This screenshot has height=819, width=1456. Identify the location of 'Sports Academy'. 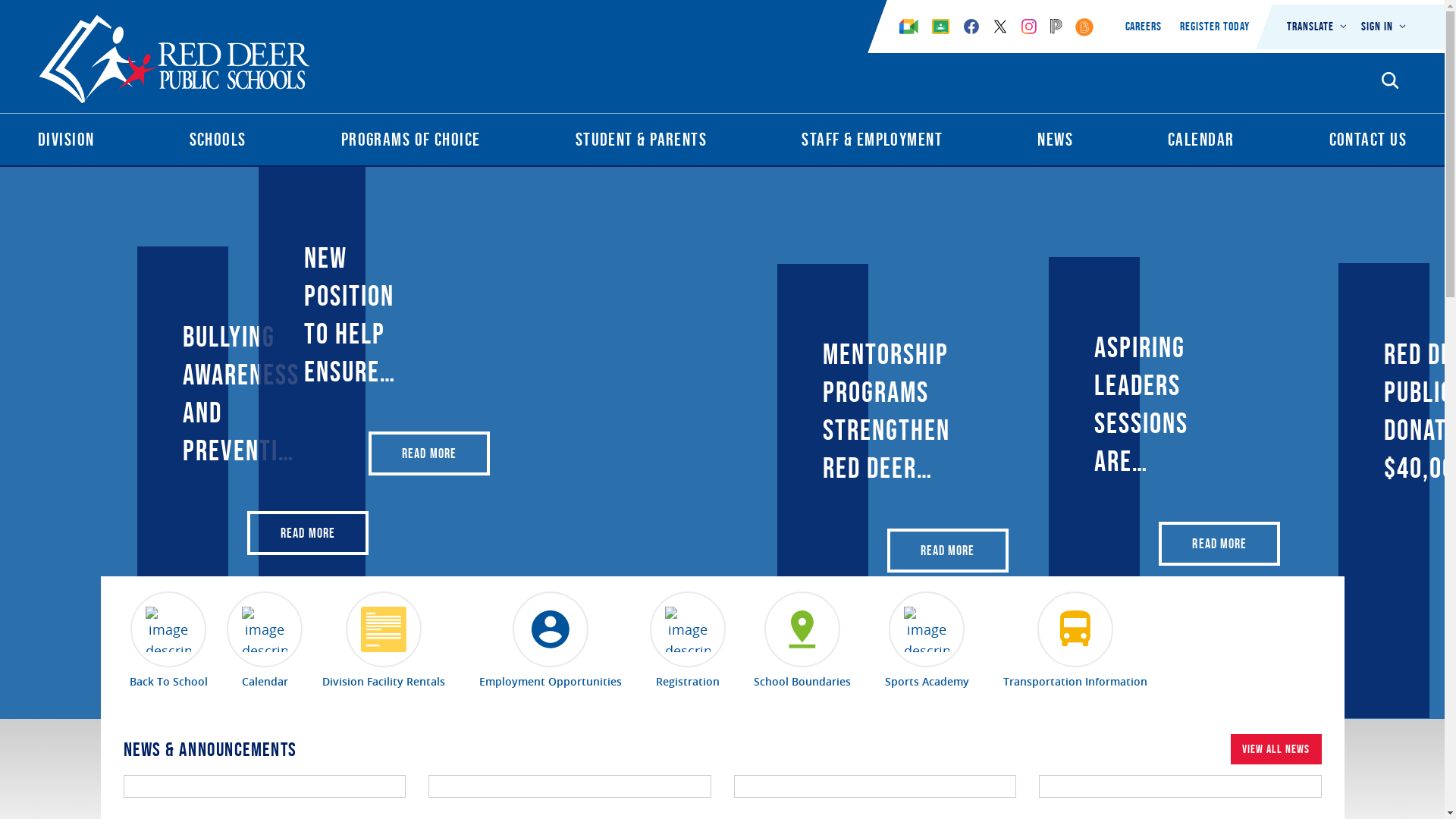
(925, 640).